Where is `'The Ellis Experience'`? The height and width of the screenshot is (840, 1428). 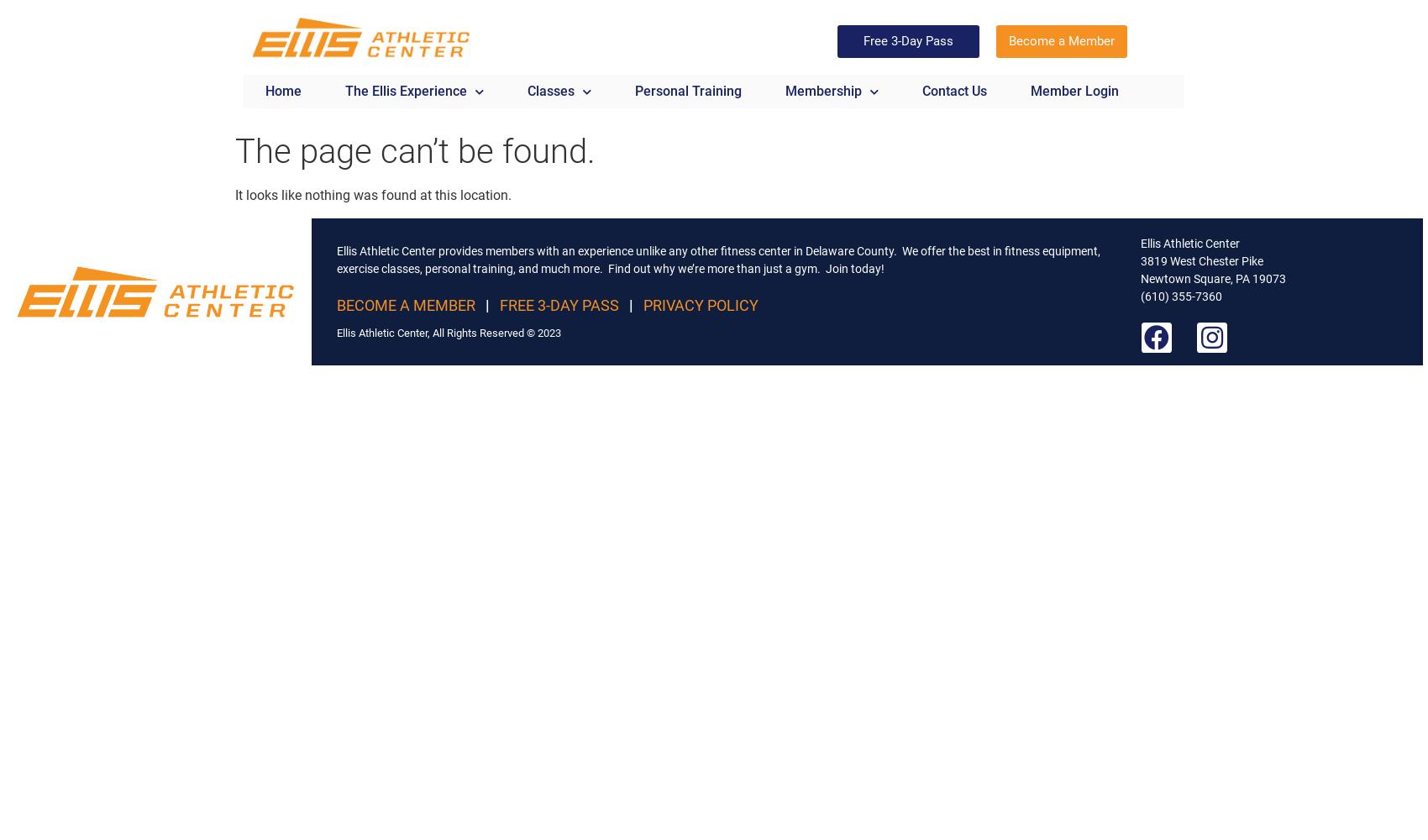 'The Ellis Experience' is located at coordinates (406, 90).